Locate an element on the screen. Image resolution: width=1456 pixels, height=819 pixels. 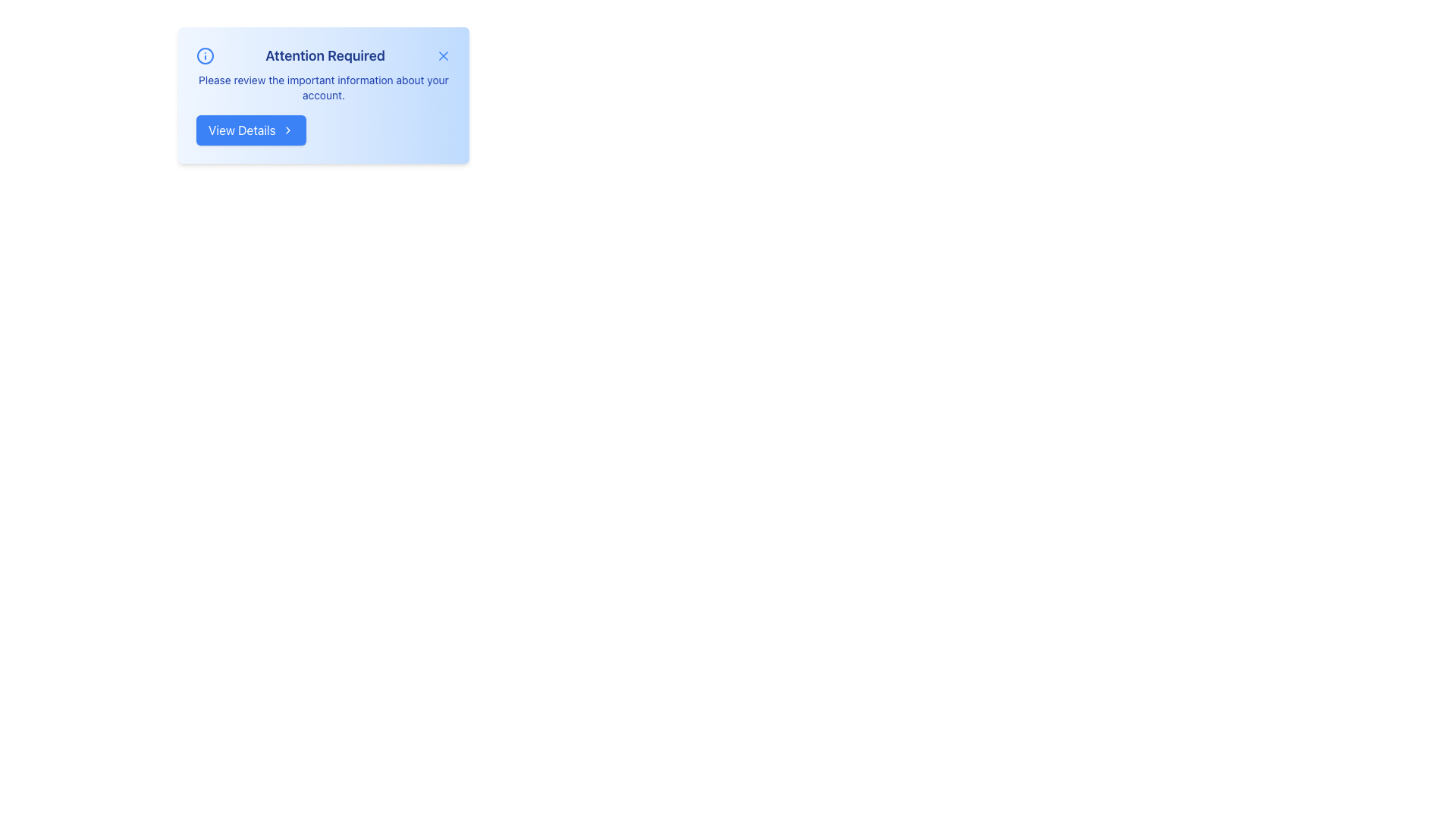
the dismiss button located at the top-right of the notification box is located at coordinates (443, 55).